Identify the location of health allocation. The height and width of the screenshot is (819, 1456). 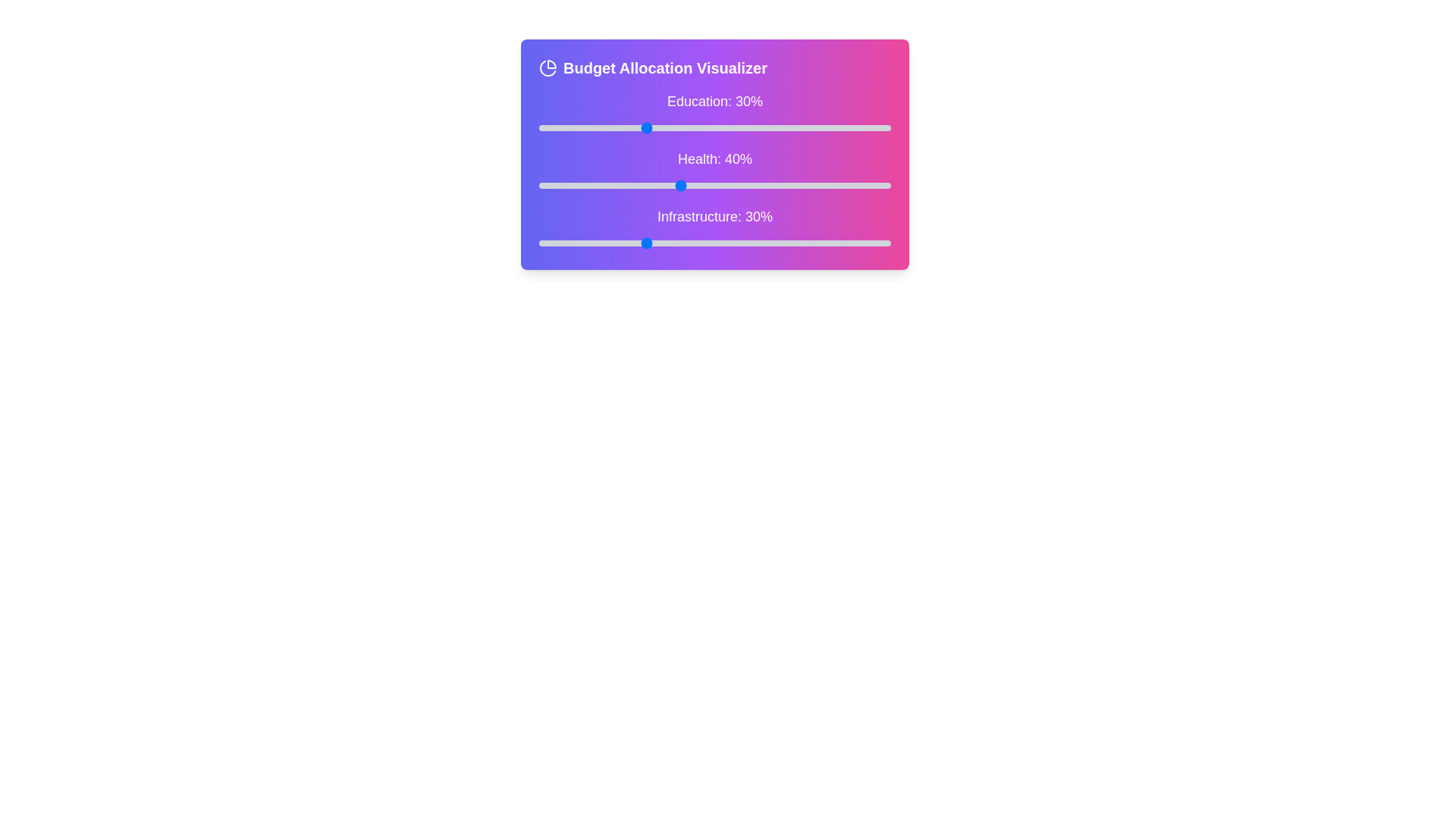
(855, 185).